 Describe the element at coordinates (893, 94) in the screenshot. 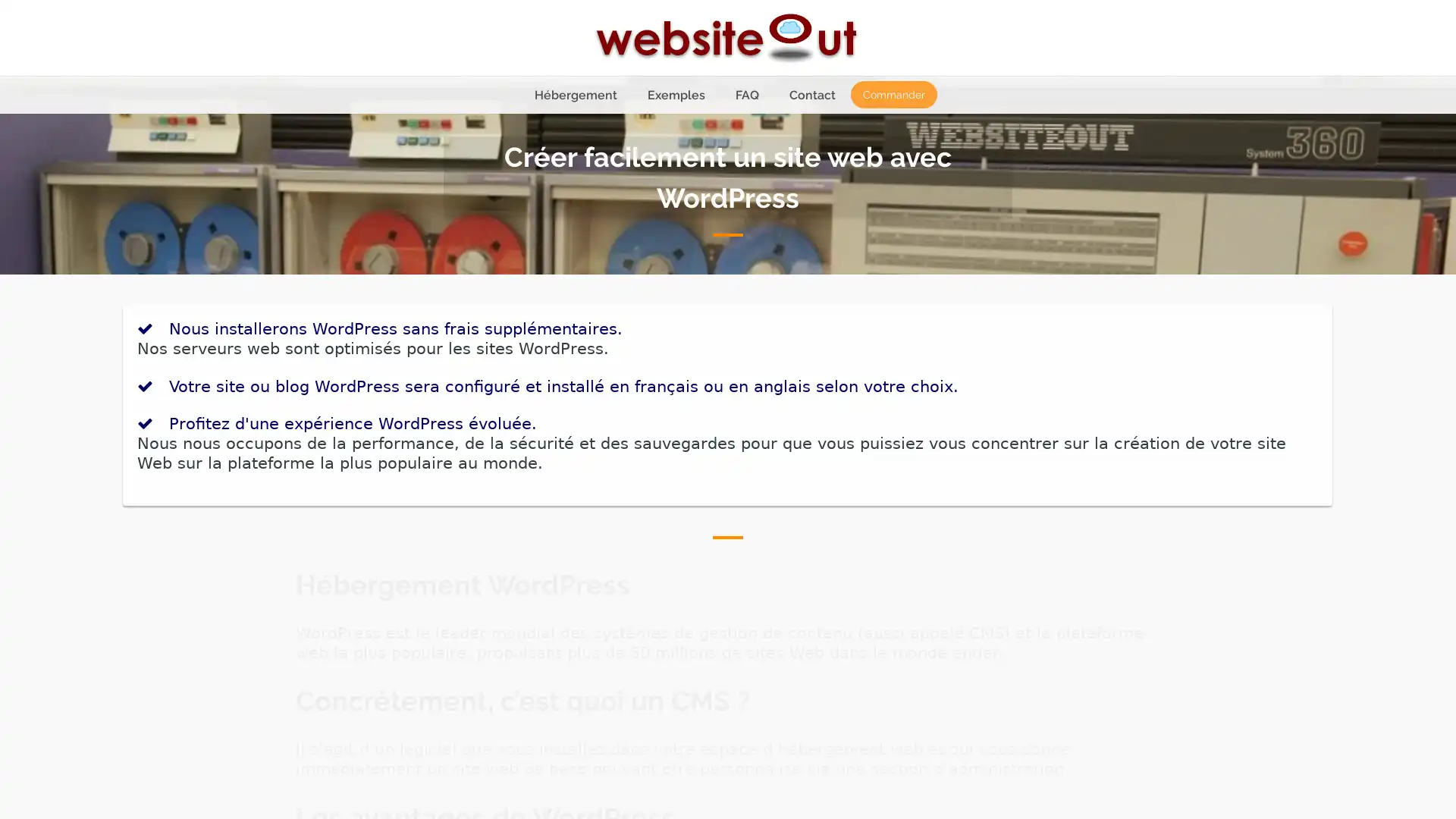

I see `Commander` at that location.